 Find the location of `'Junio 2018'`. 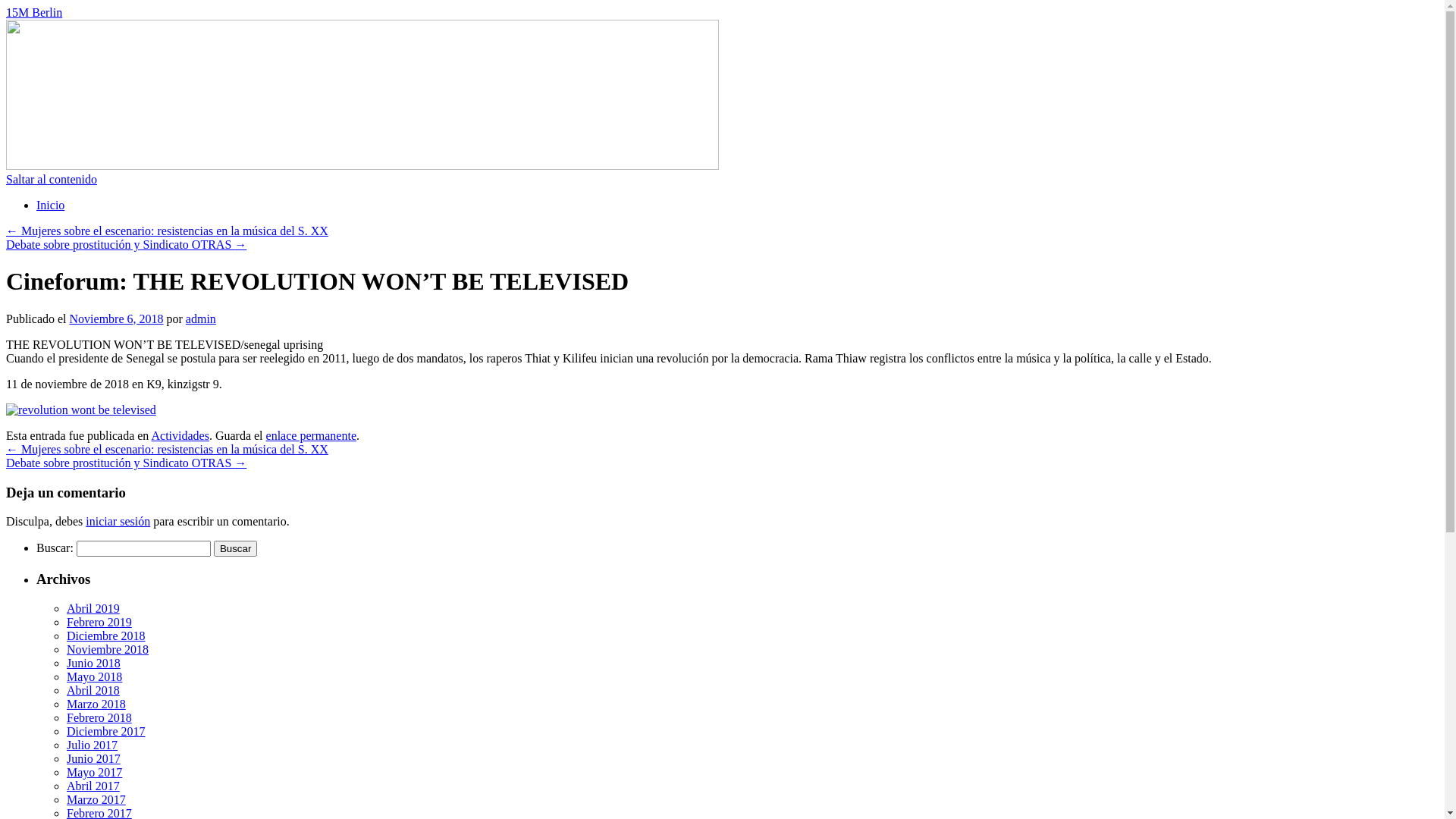

'Junio 2018' is located at coordinates (65, 662).